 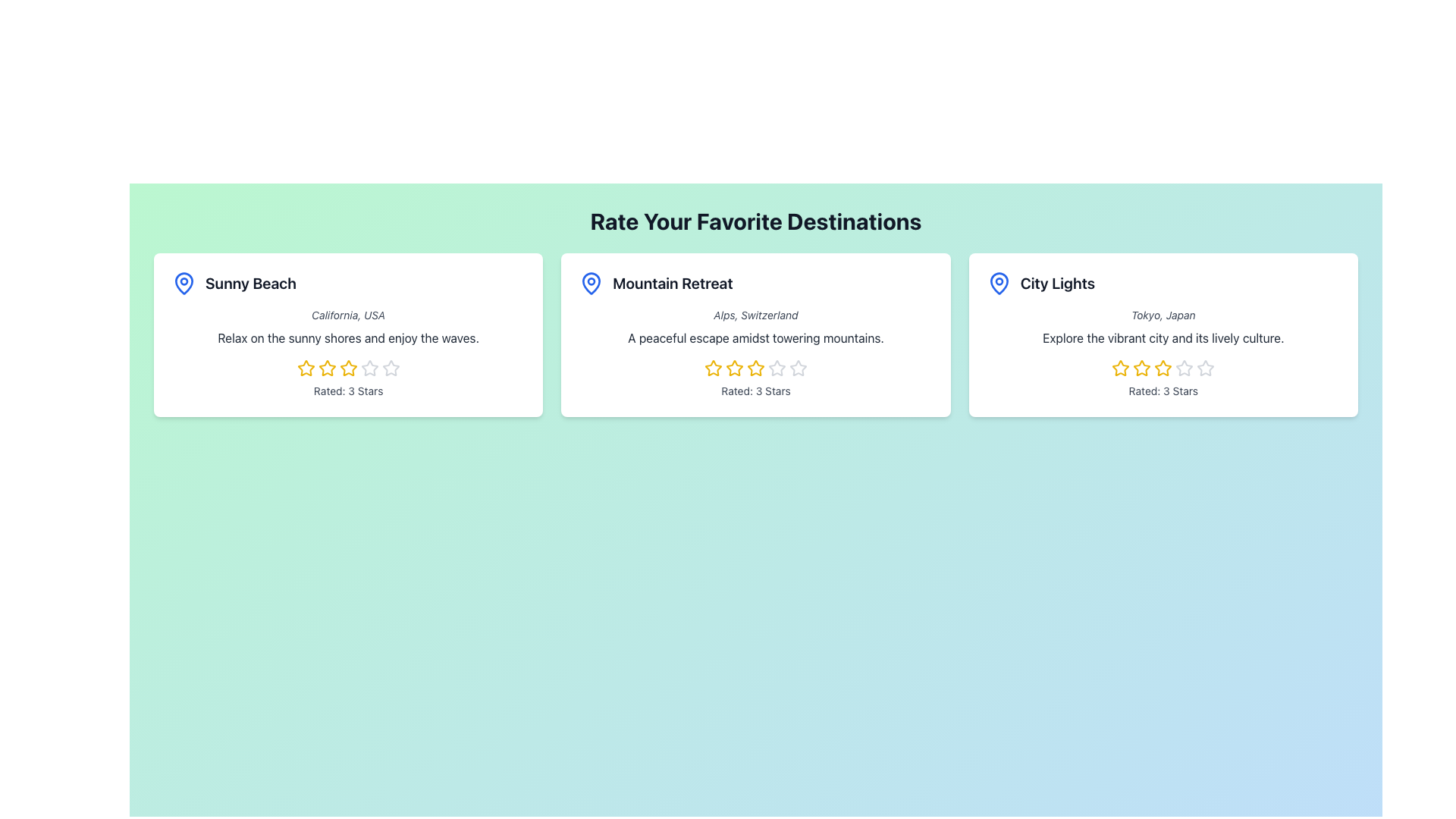 I want to click on the Text Display that describes the 'Sunny Beach' destination, located below 'California, USA' and above the rating stars, so click(x=347, y=337).